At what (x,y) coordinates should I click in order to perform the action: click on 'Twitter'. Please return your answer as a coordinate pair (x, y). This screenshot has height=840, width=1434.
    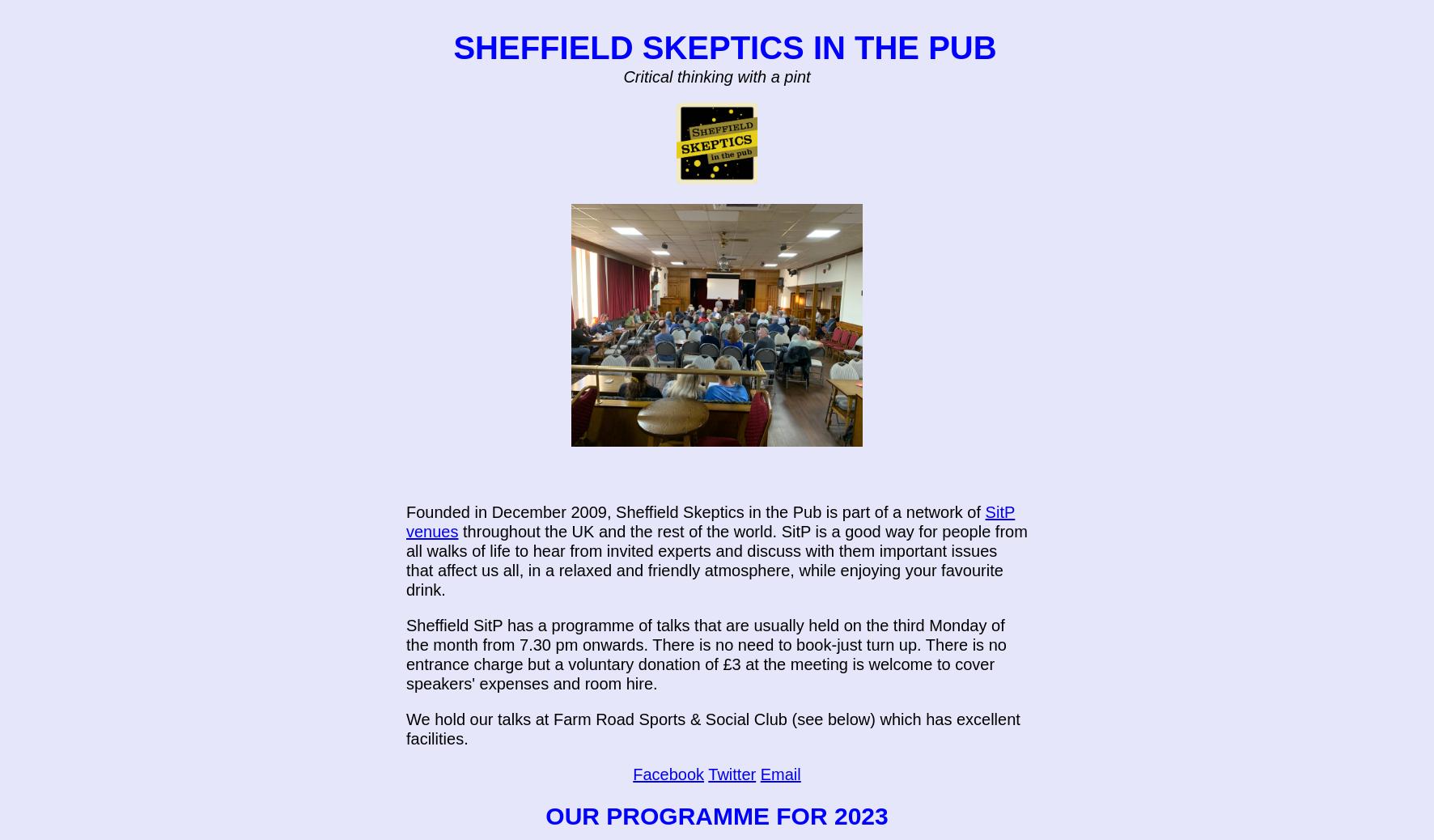
    Looking at the image, I should click on (731, 773).